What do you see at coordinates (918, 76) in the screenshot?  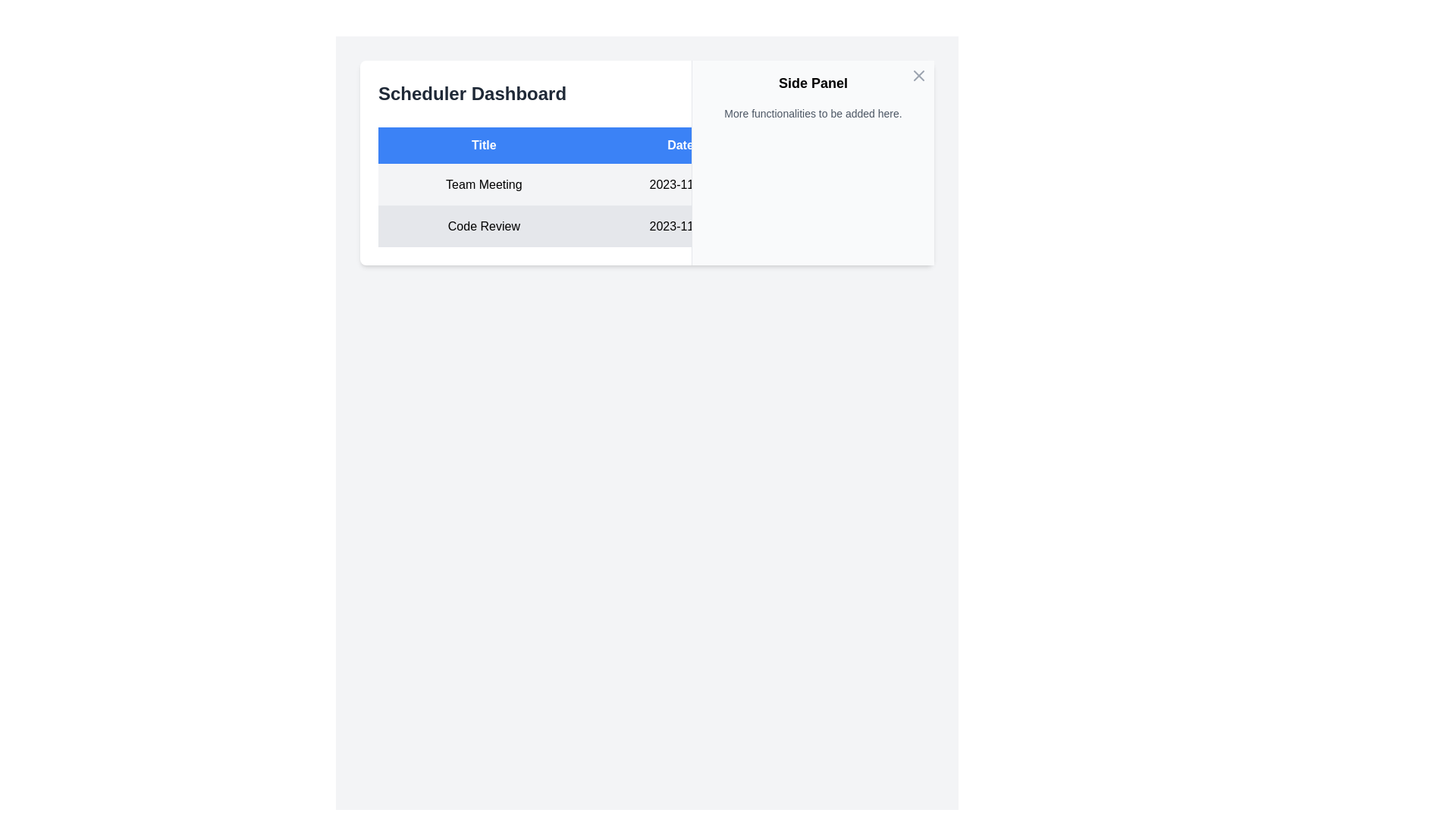 I see `the 'X' icon located in the top-right corner of the Side Panel` at bounding box center [918, 76].